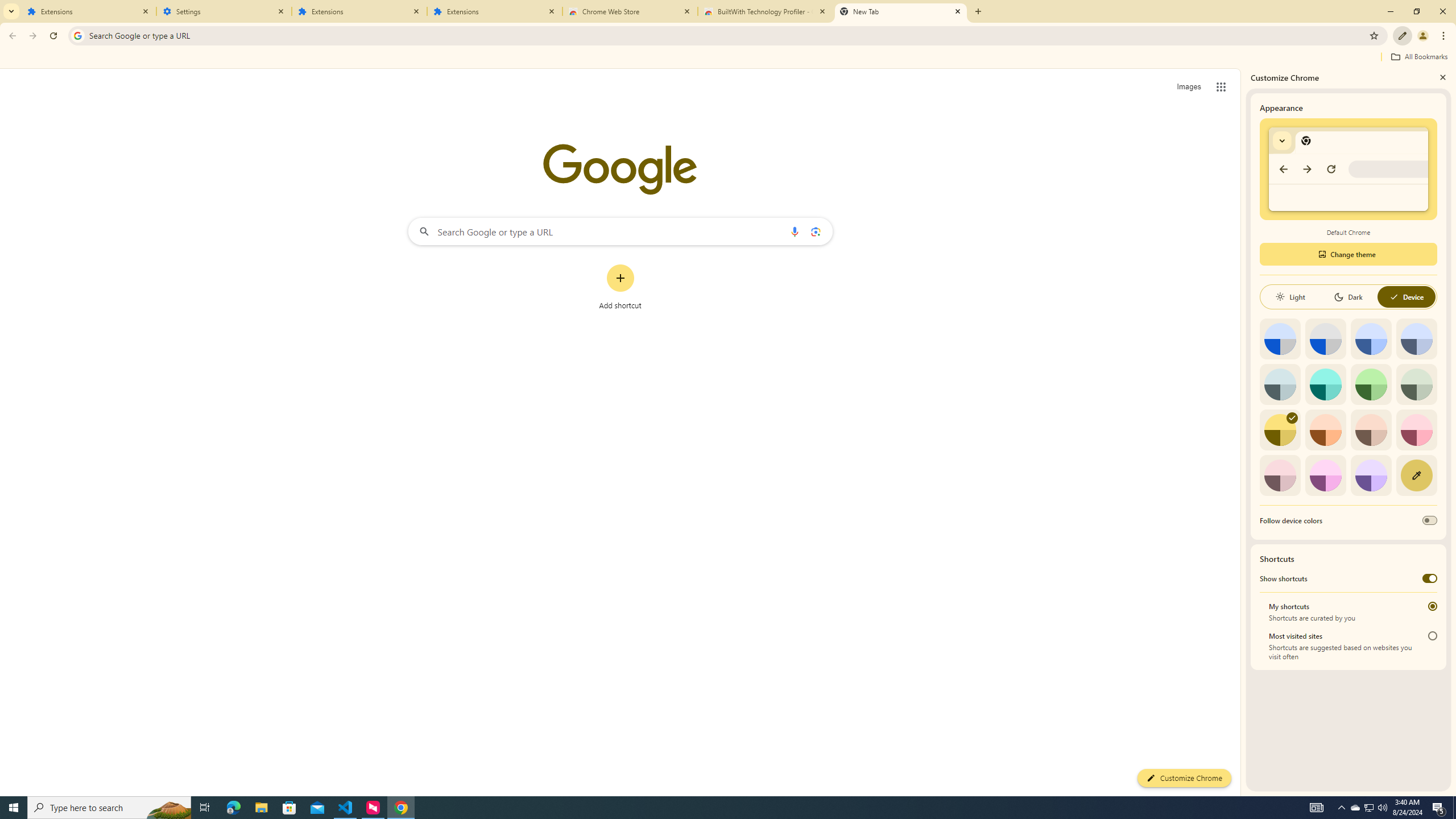 The width and height of the screenshot is (1456, 819). I want to click on 'Change theme', so click(1347, 254).